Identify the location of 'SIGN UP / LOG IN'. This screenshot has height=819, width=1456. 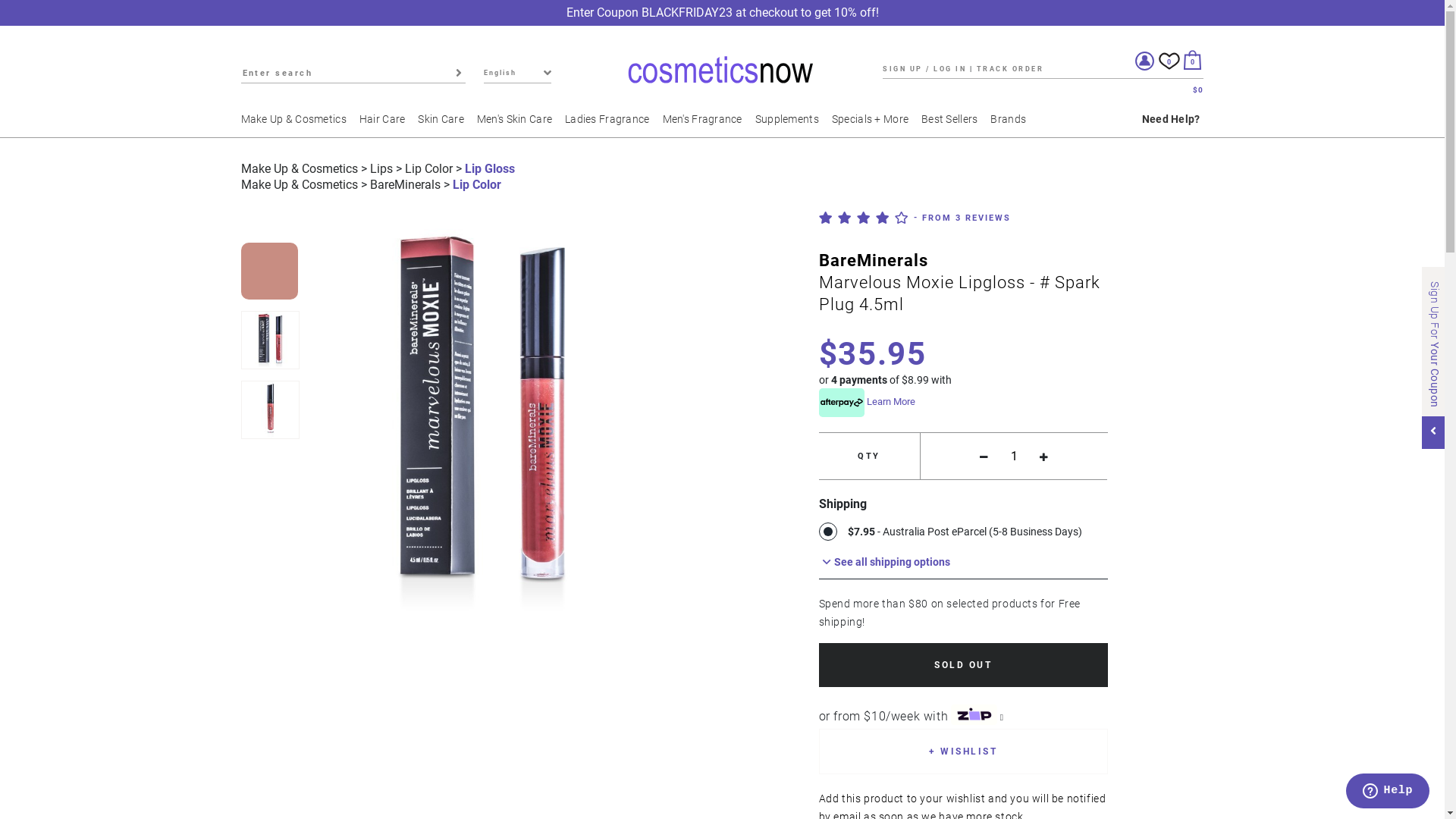
(924, 68).